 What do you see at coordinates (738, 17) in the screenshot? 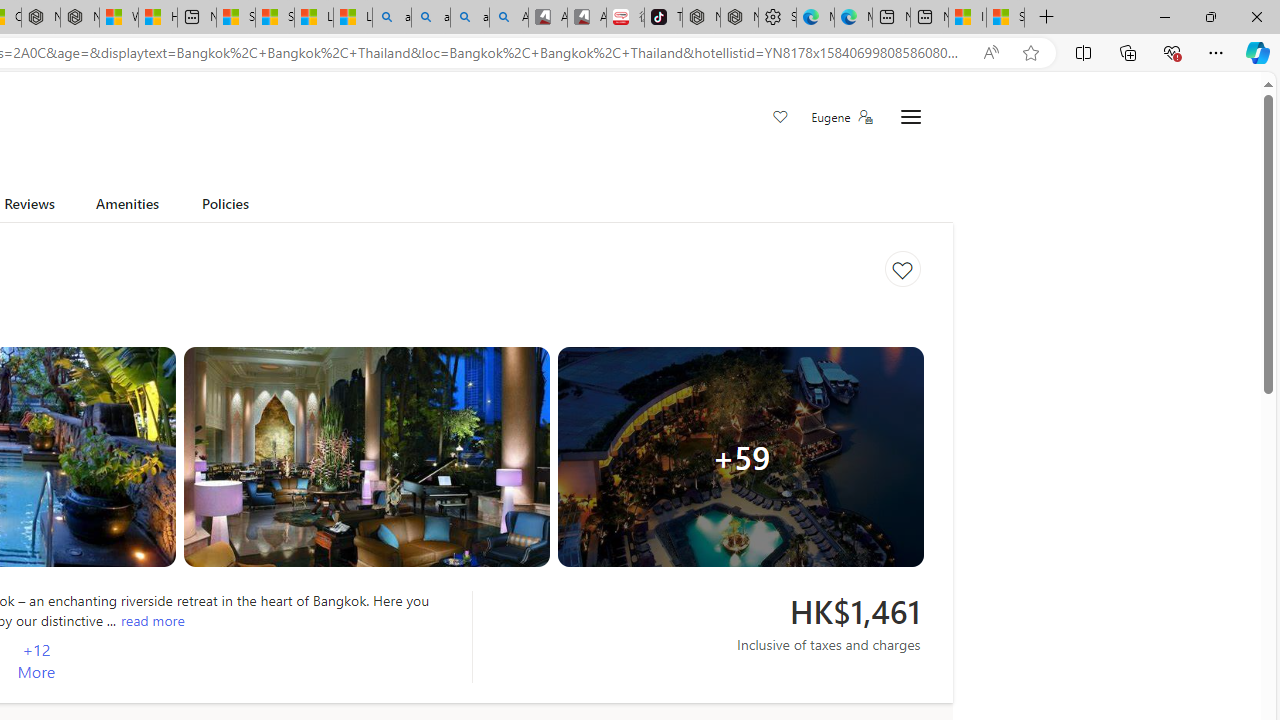
I see `'Nordace Siena Pro 15 Backpack'` at bounding box center [738, 17].